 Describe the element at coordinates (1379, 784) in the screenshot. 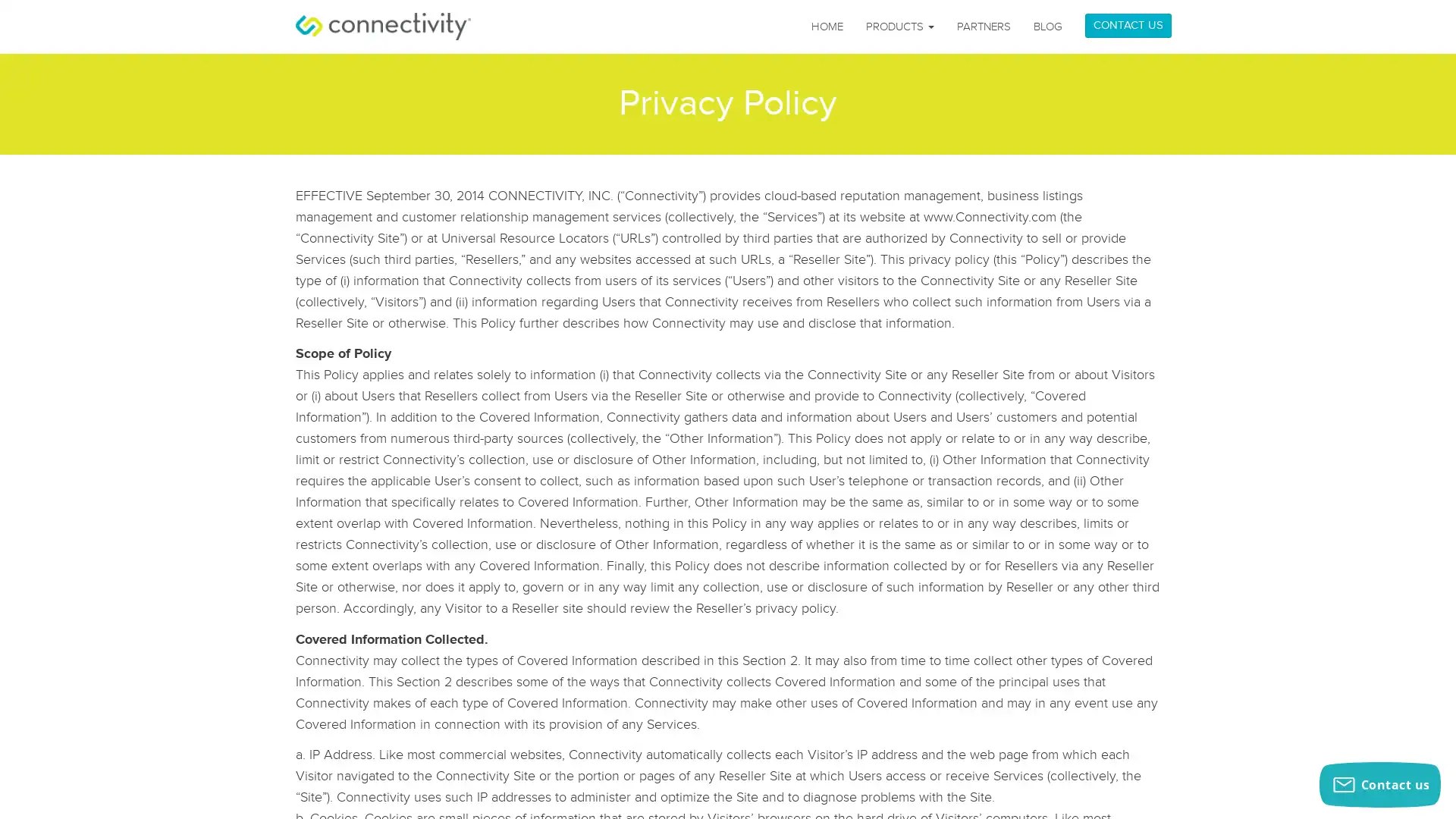

I see `Contact us` at that location.